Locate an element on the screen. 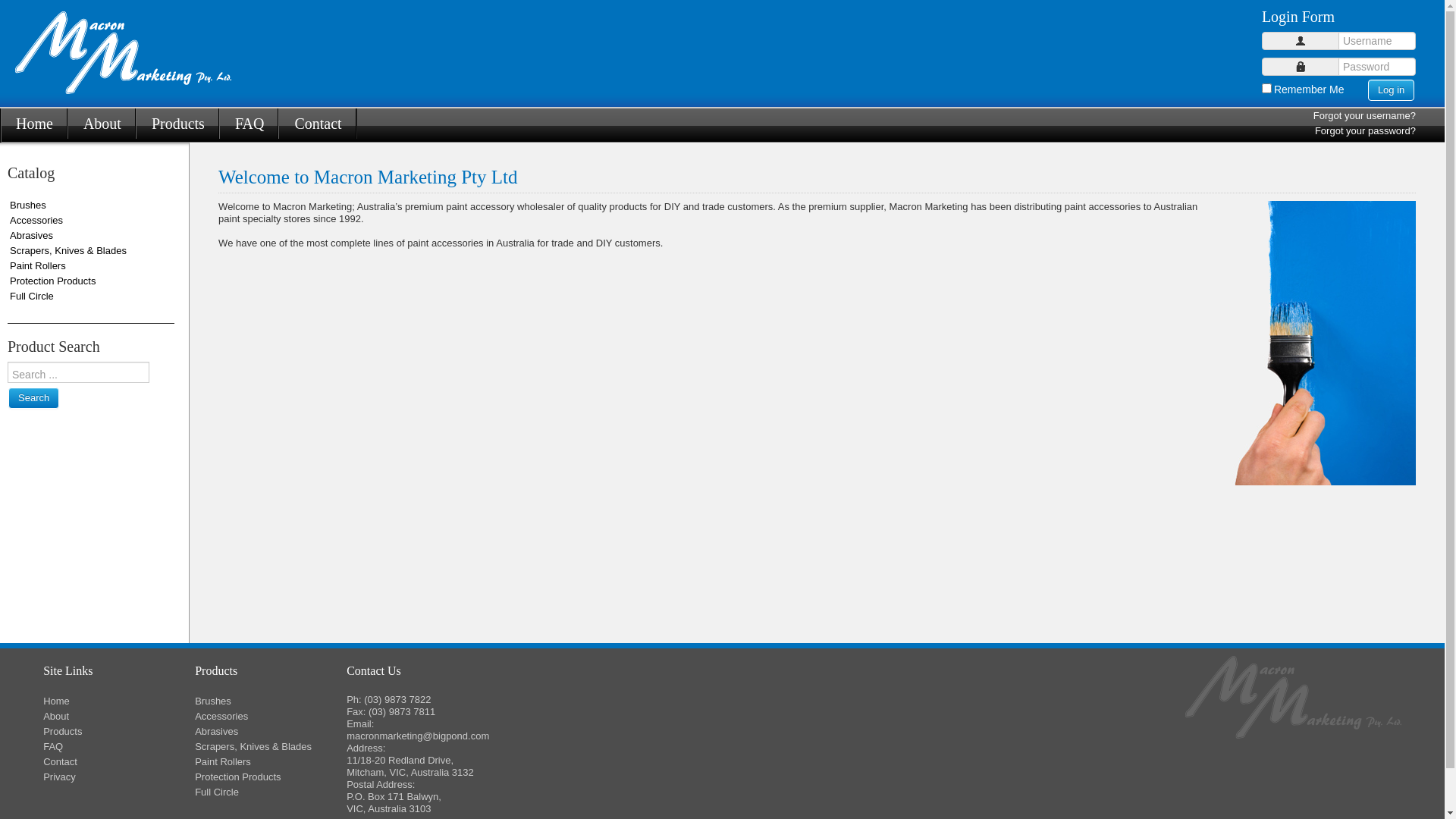 The width and height of the screenshot is (1456, 819). 'Forgot your username?' is located at coordinates (1313, 115).